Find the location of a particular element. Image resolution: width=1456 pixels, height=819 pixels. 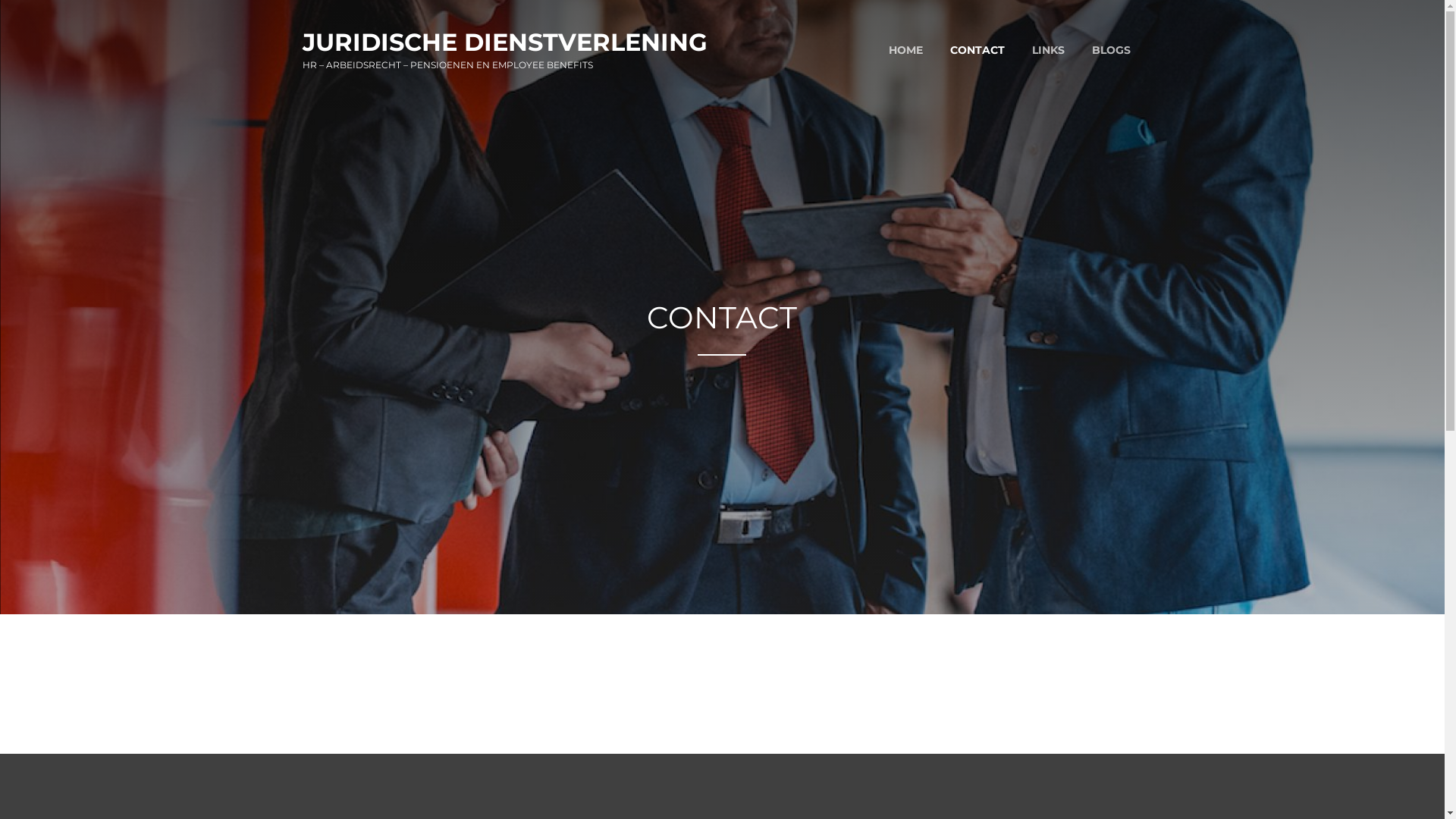

'JURIDISCHE DIENSTVERLENING' is located at coordinates (504, 41).